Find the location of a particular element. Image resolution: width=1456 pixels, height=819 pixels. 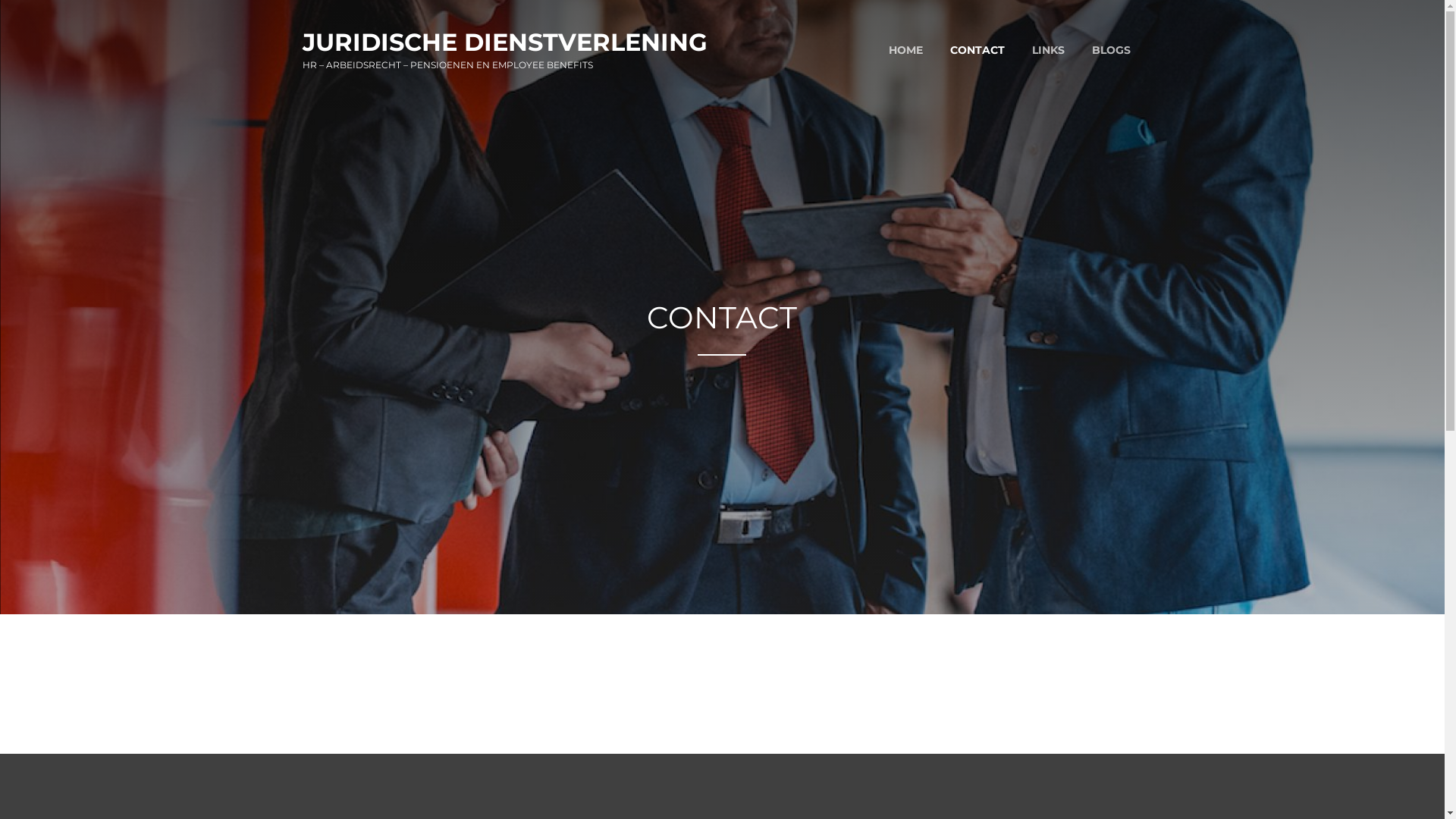

'JURIDISCHE DIENSTVERLENING' is located at coordinates (504, 41).